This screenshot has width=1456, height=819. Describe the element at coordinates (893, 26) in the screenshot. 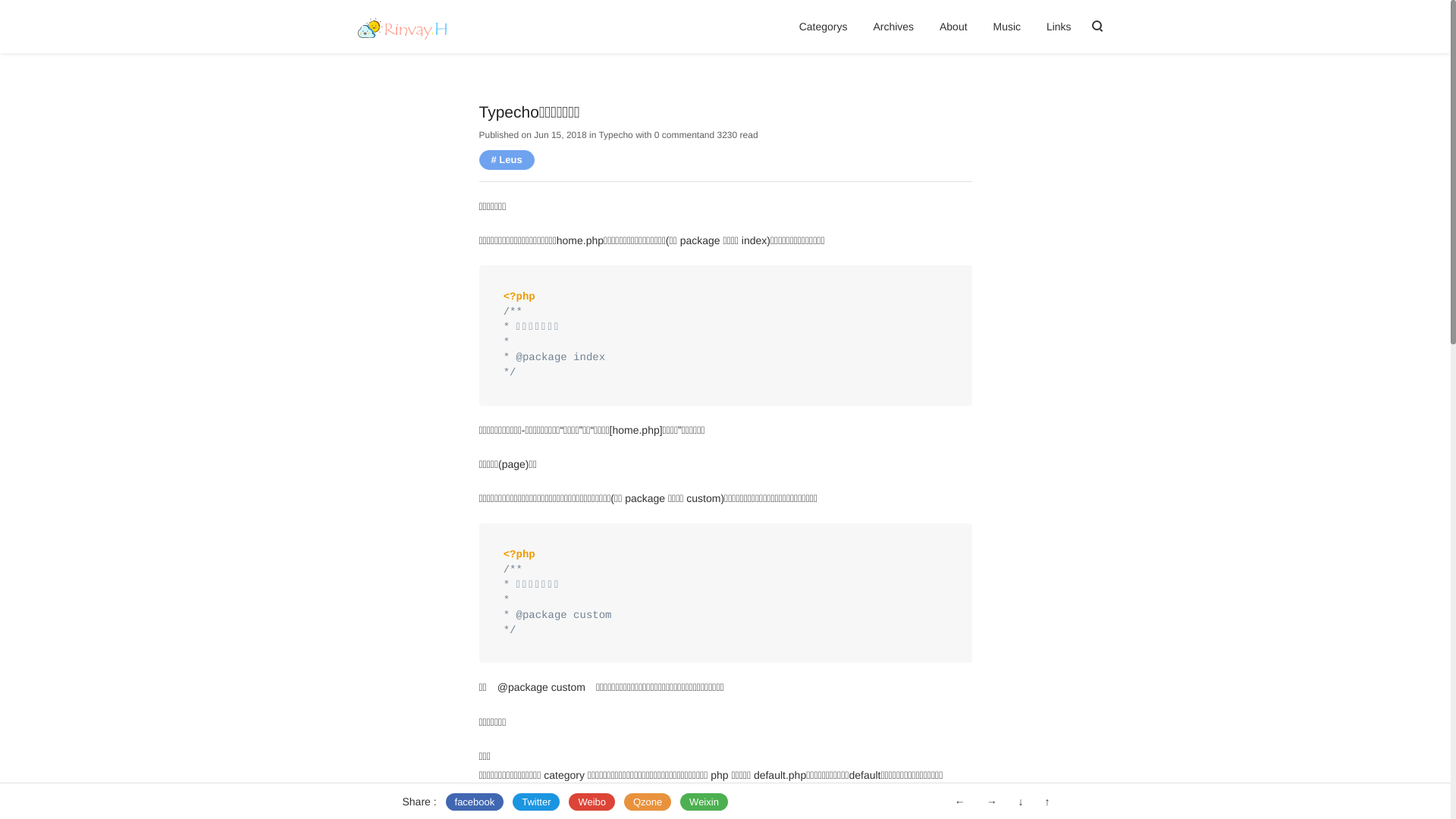

I see `'Archives'` at that location.